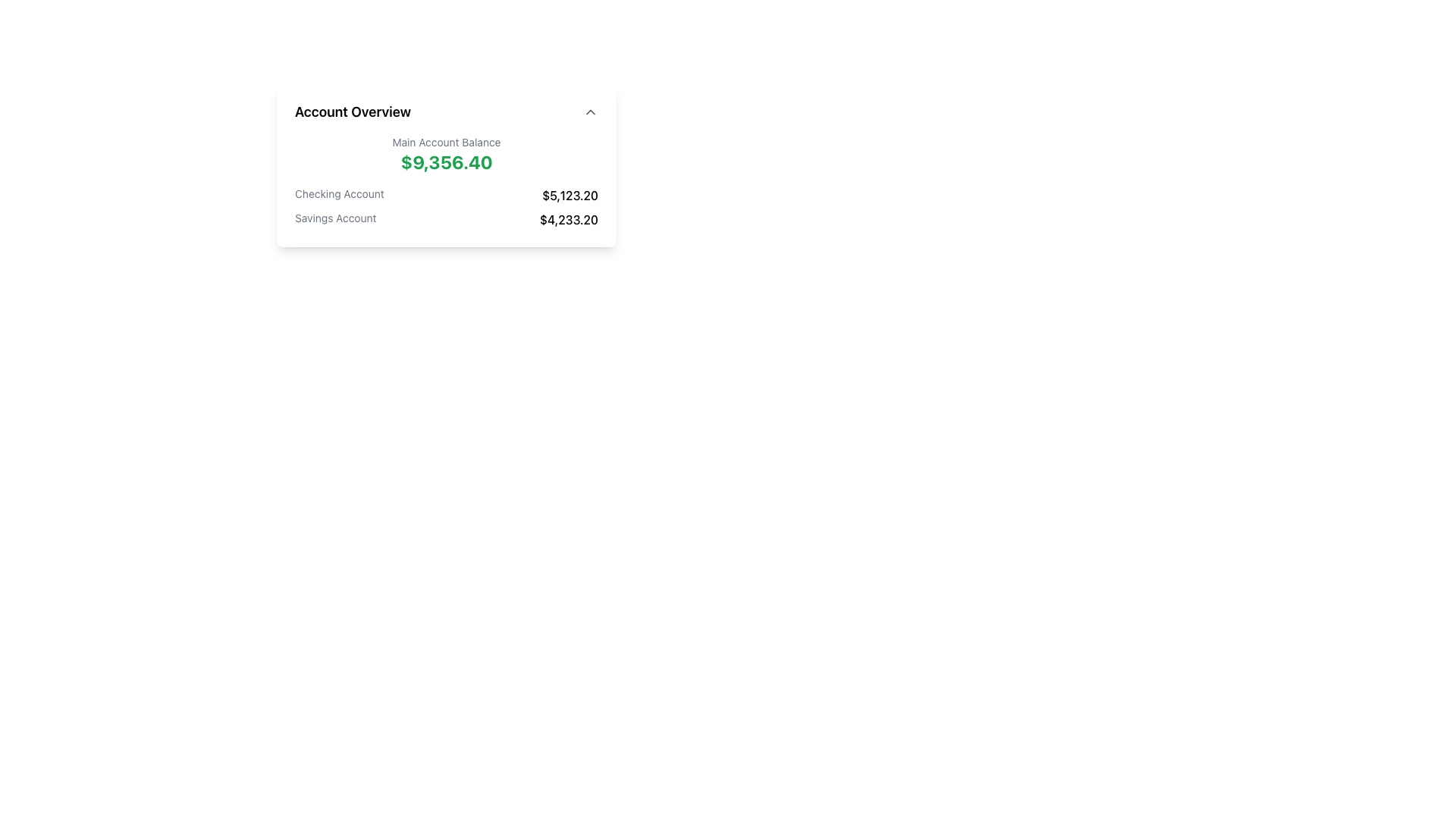 This screenshot has width=1456, height=819. I want to click on context text from the text label indicating the primary account balance above the amount '$9,356.40', so click(446, 143).